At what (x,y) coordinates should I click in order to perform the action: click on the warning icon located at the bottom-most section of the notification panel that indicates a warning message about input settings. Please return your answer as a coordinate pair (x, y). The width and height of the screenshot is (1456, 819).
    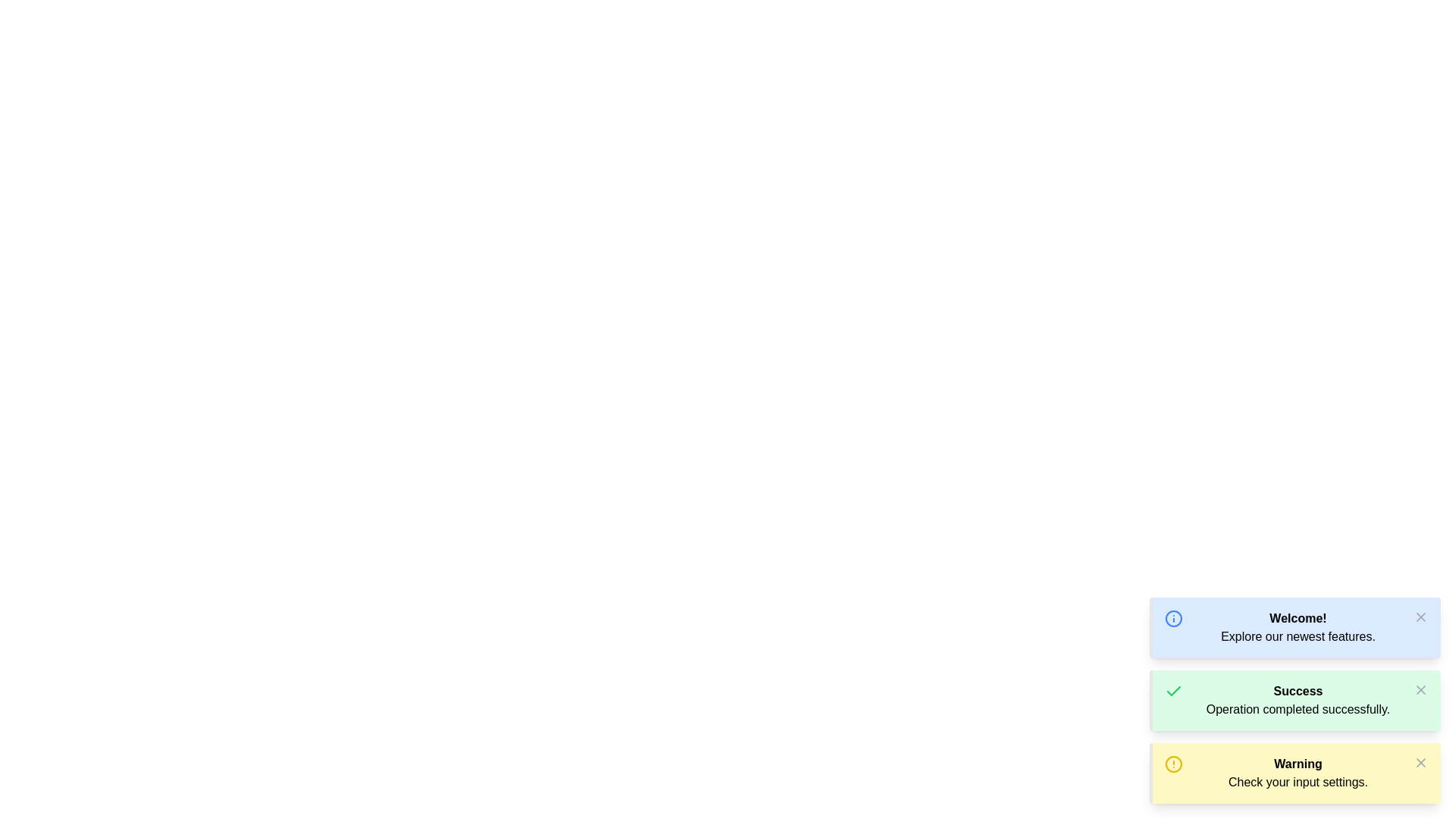
    Looking at the image, I should click on (1173, 764).